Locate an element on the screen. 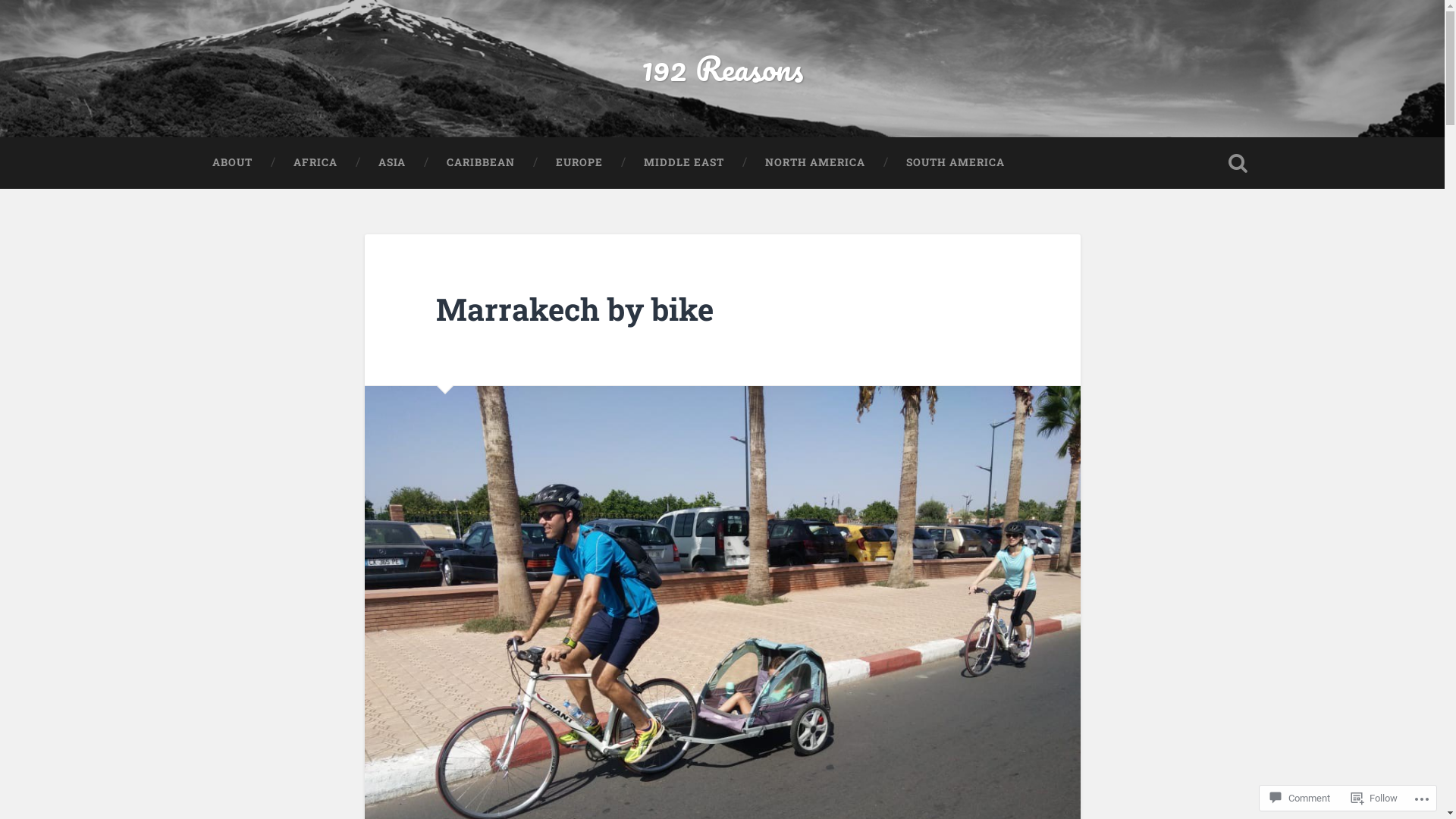 The height and width of the screenshot is (819, 1456). 'ABOUT' is located at coordinates (190, 162).